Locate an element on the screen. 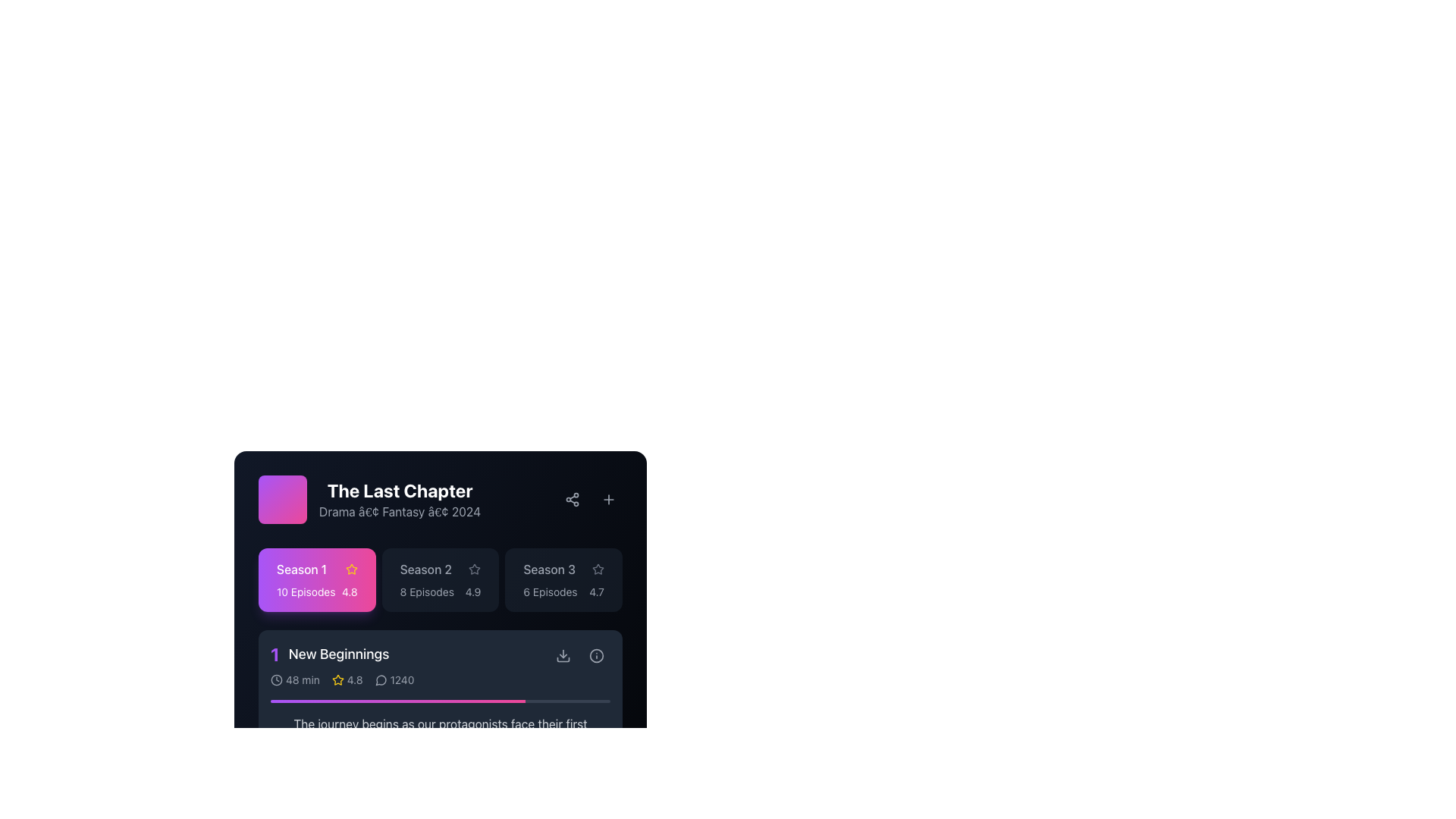 The width and height of the screenshot is (1456, 819). the bold stylized numeral '1' in vivid purple color, which is displayed on the left side of the phrase '1 New Beginnings' is located at coordinates (275, 654).